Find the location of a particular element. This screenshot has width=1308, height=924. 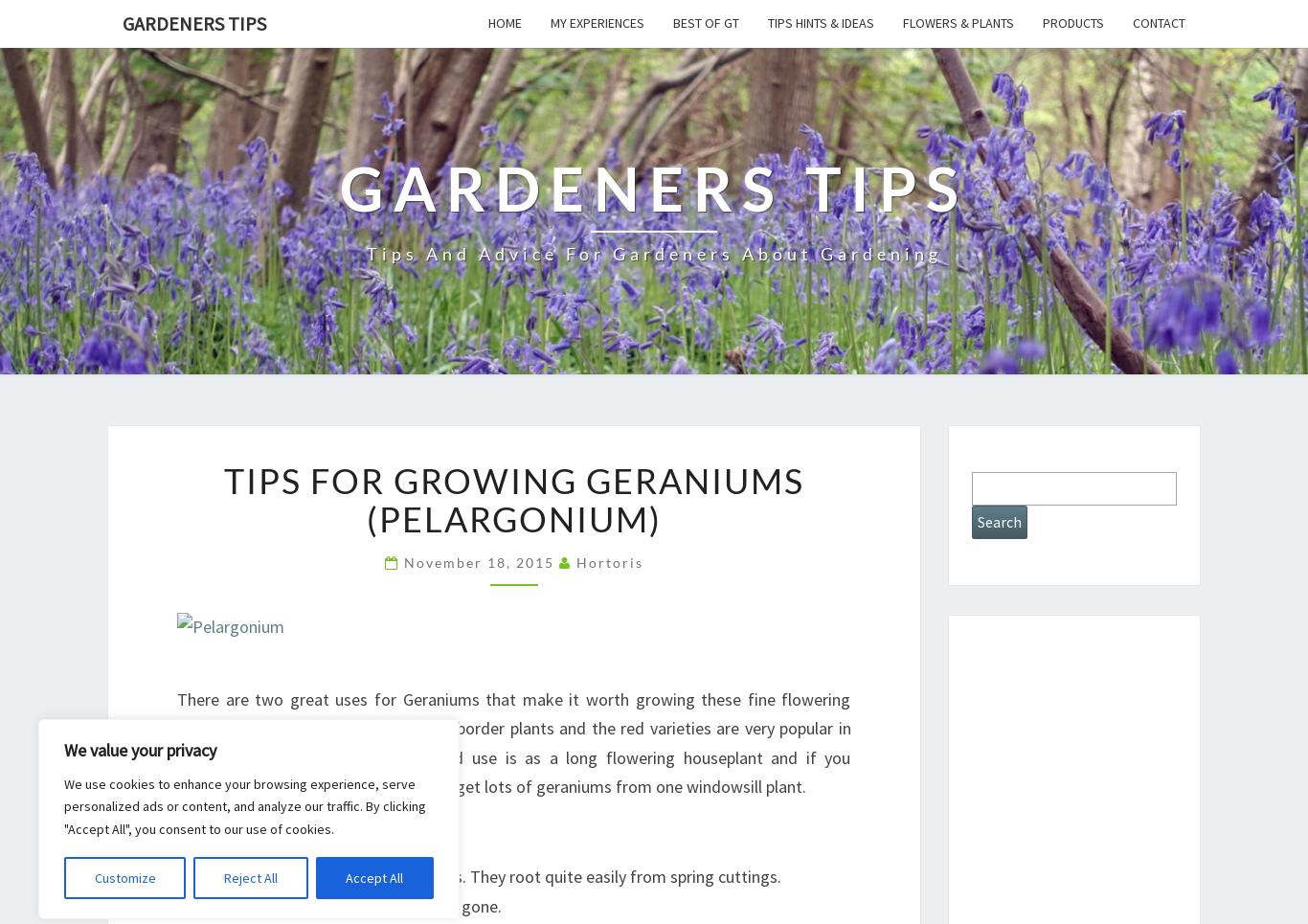

'Reject All' is located at coordinates (250, 877).